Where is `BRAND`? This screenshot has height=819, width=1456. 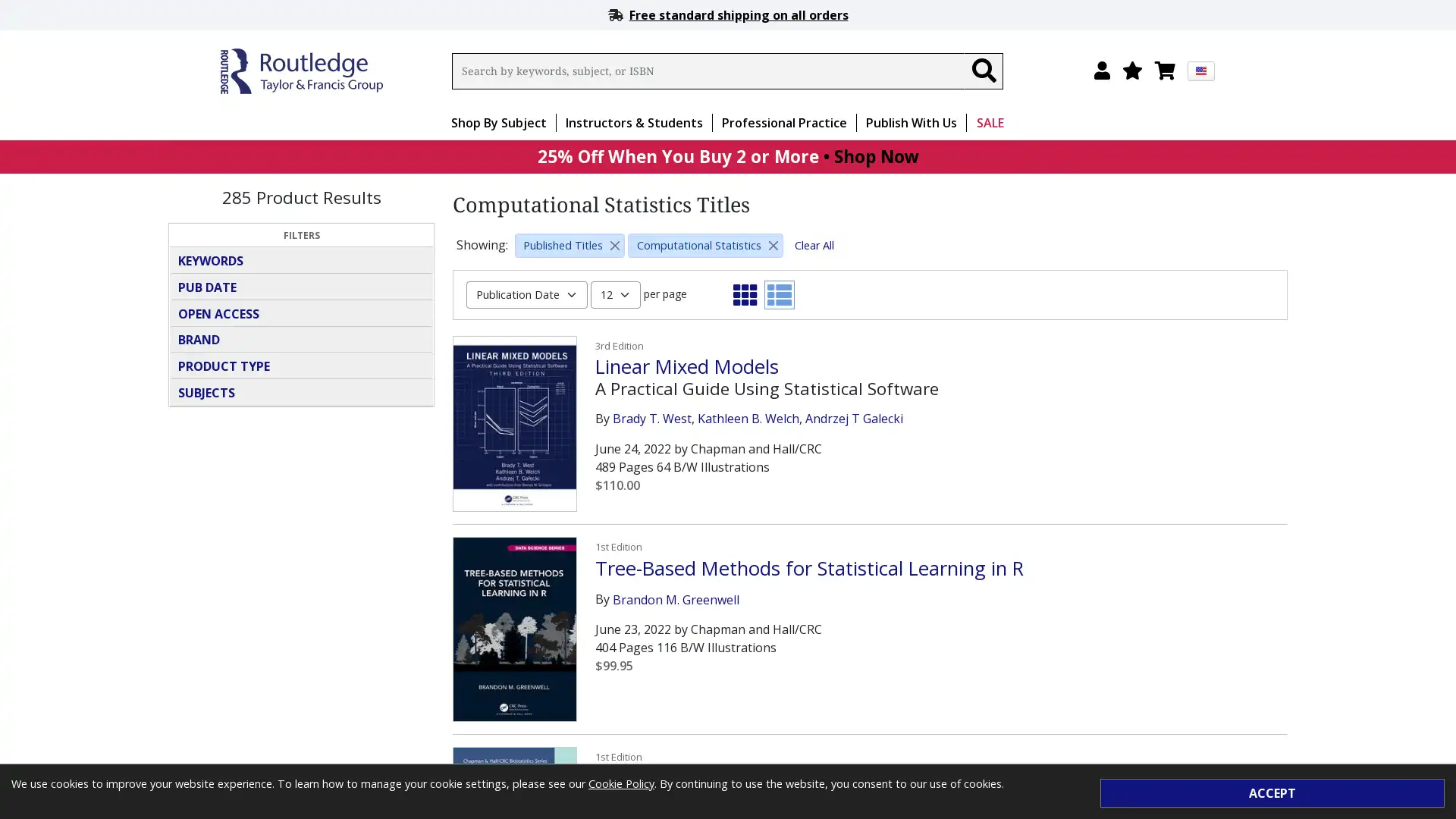 BRAND is located at coordinates (301, 338).